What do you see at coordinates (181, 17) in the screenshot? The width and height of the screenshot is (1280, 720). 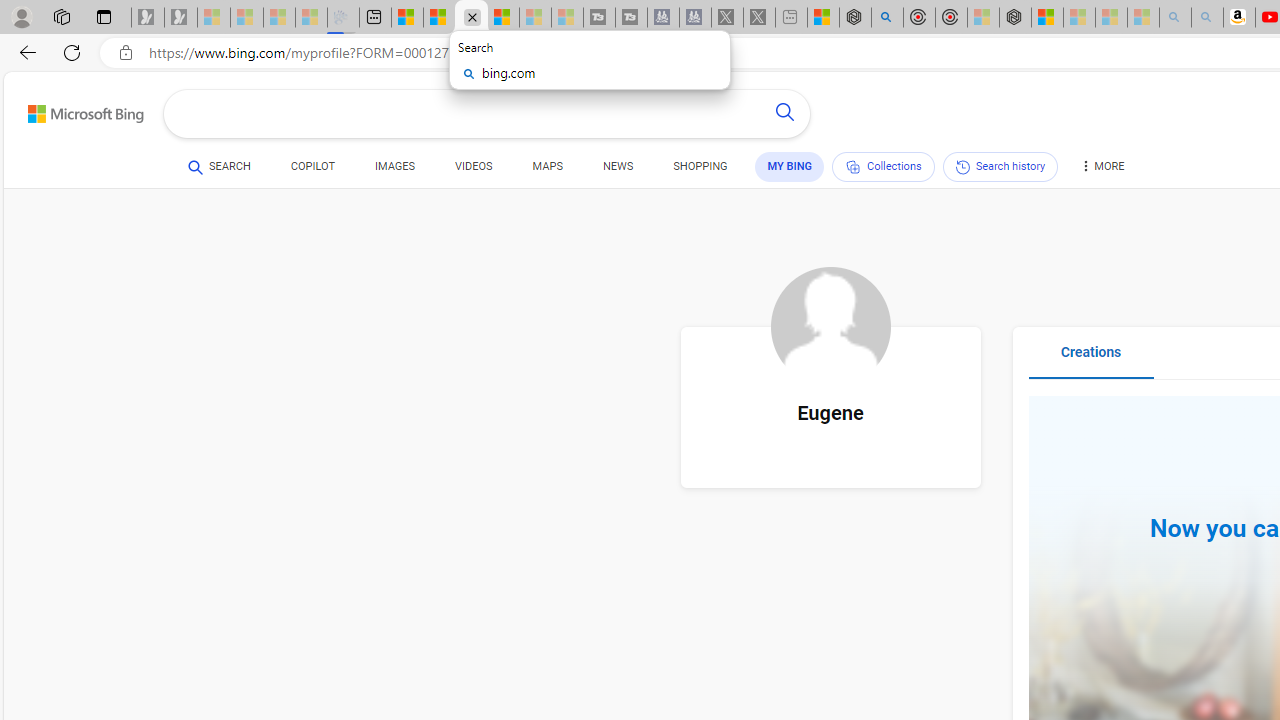 I see `'Newsletter Sign Up - Sleeping'` at bounding box center [181, 17].